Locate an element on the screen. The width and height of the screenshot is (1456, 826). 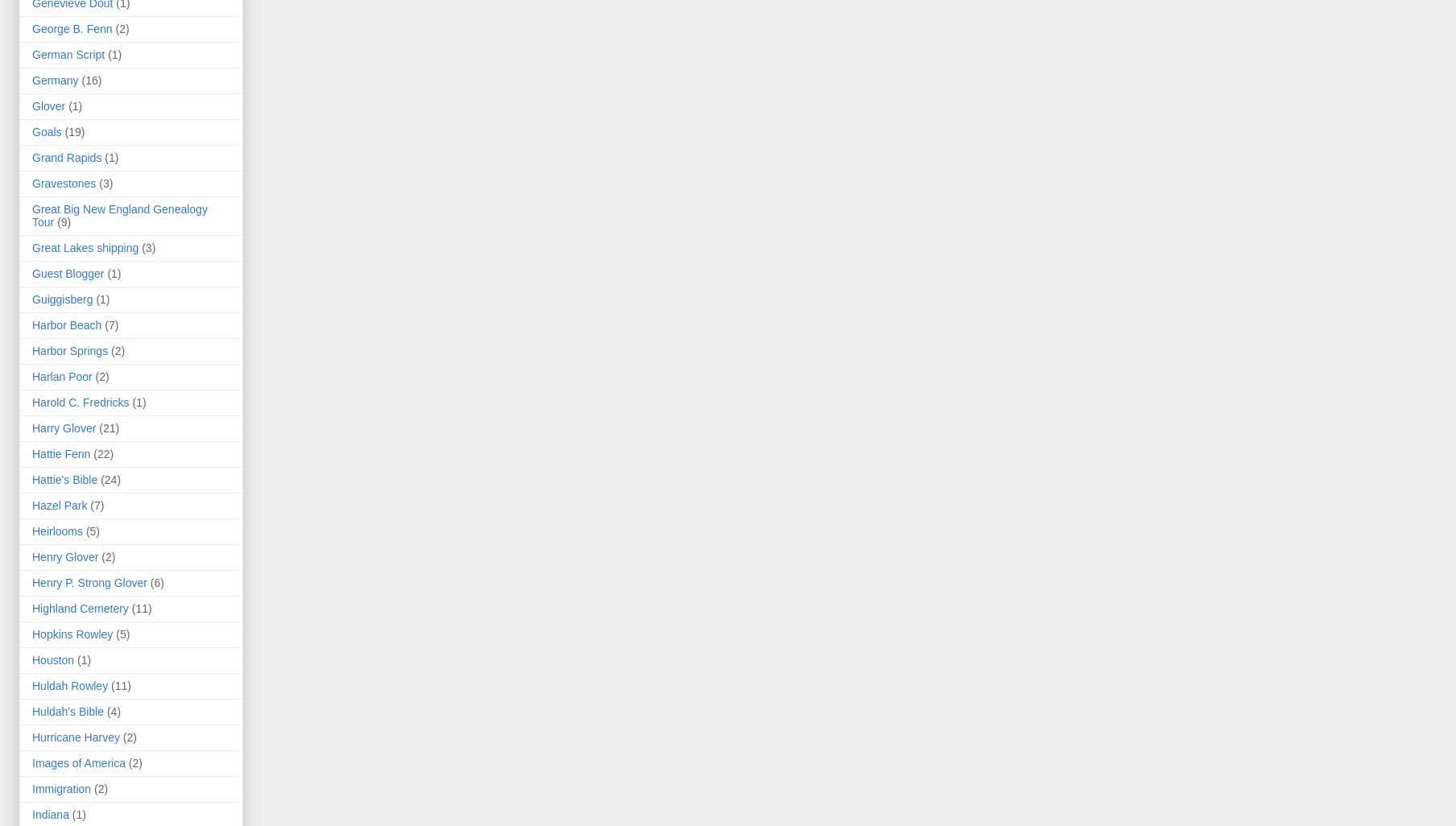
'Harbor Beach' is located at coordinates (65, 324).